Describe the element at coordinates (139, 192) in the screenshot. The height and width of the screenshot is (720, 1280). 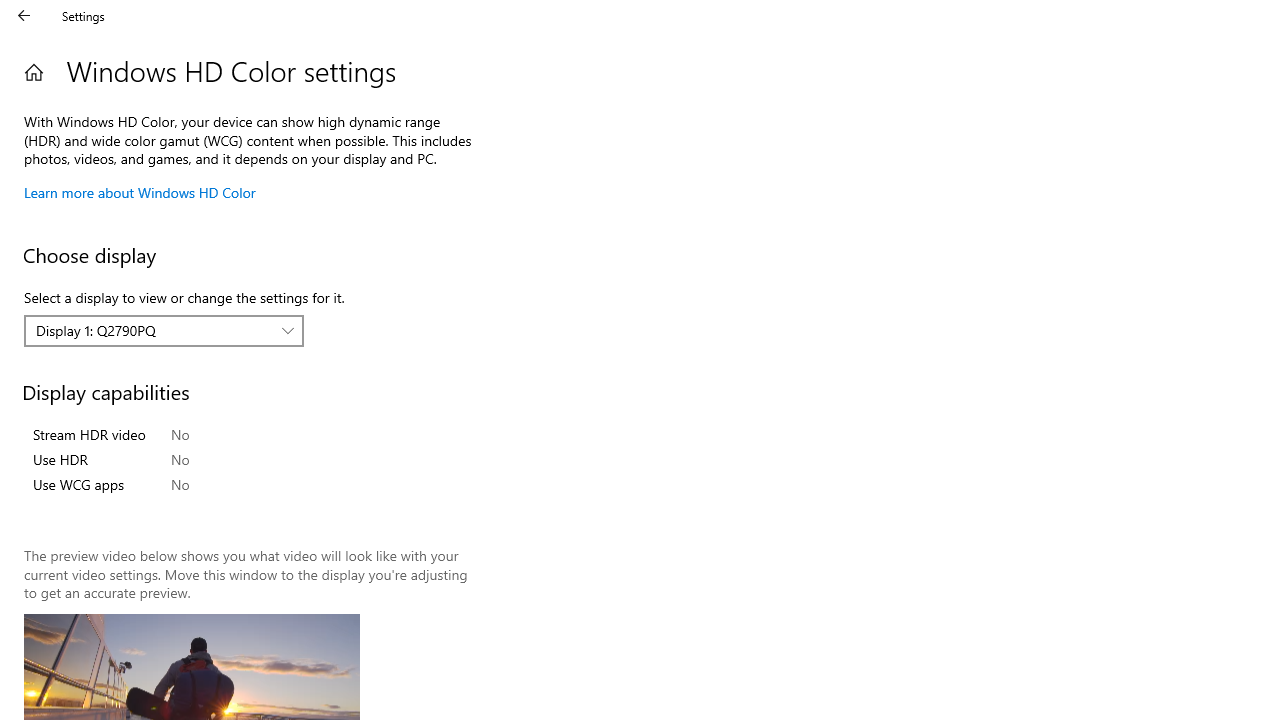
I see `'Learn more about Windows HD Color'` at that location.